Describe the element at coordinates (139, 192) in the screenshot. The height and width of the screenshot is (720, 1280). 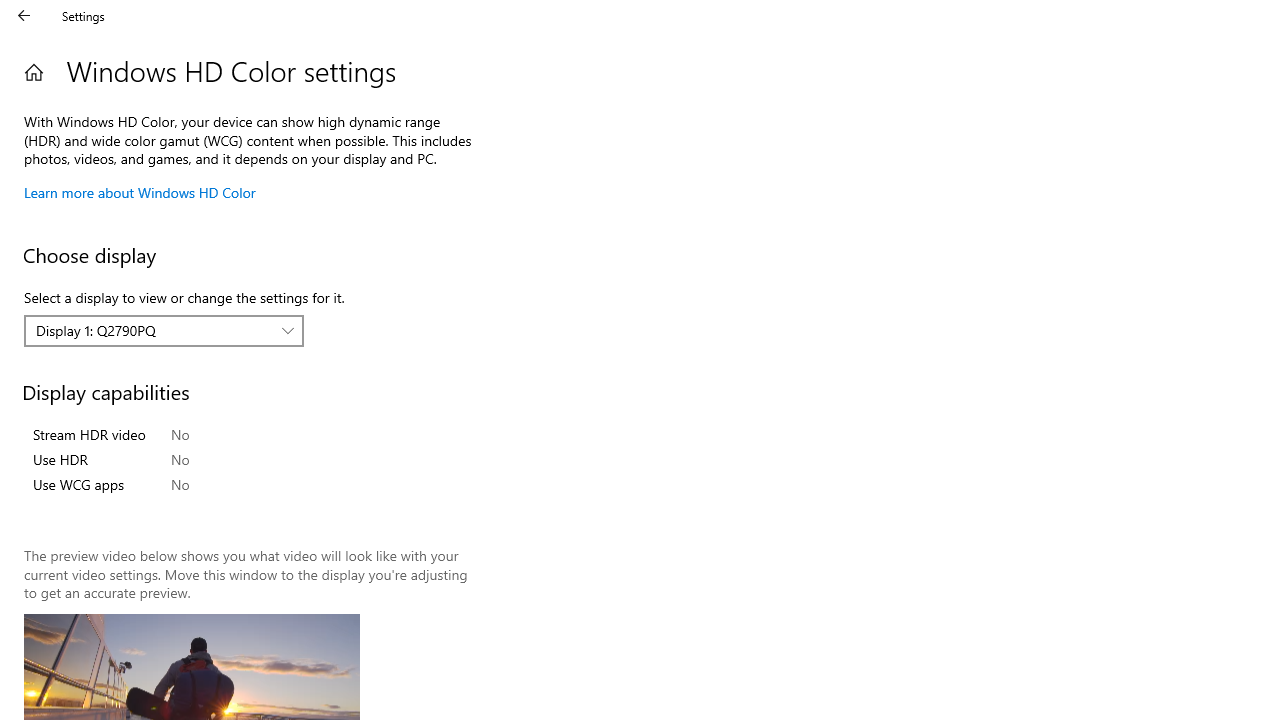
I see `'Learn more about Windows HD Color'` at that location.